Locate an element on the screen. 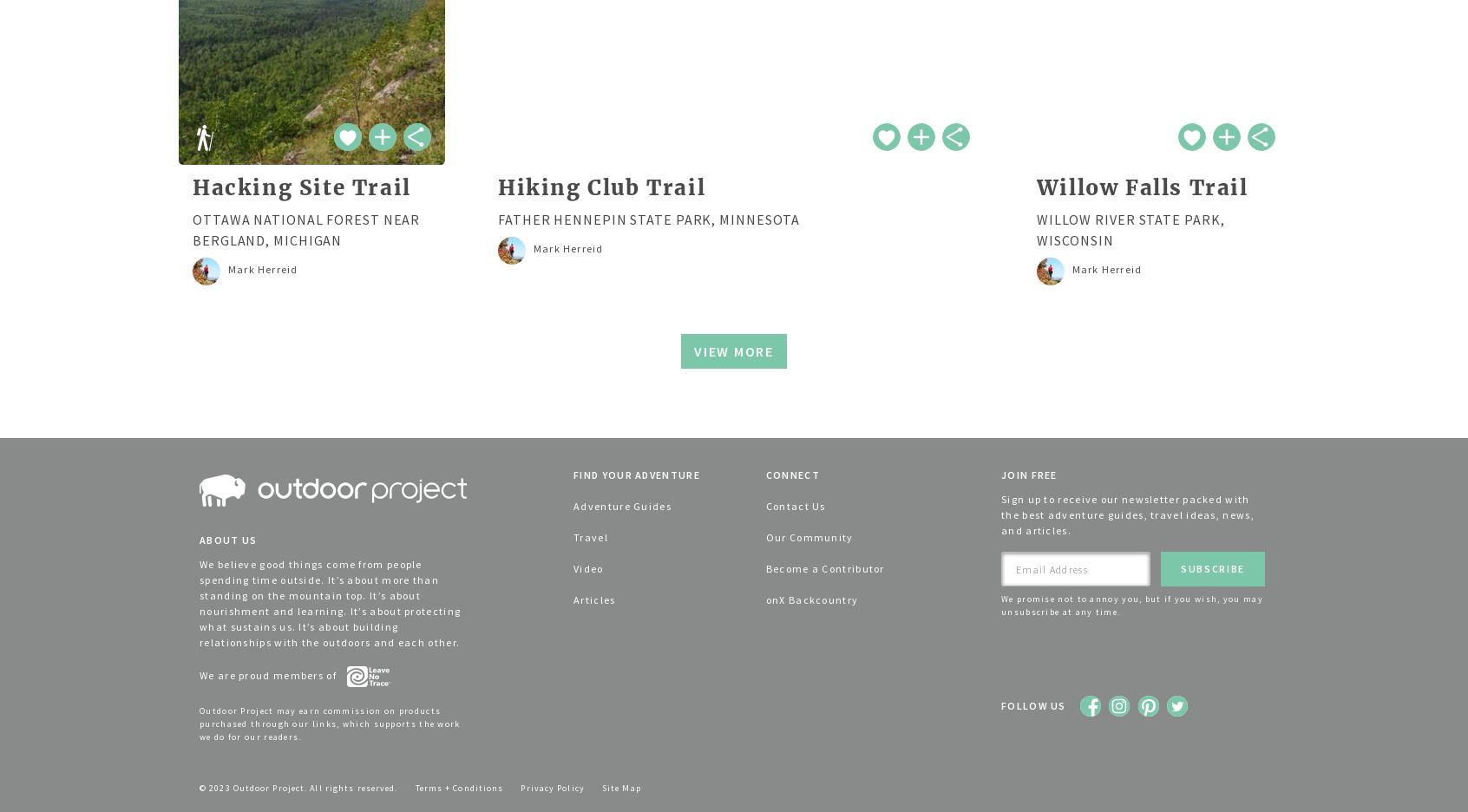 This screenshot has height=812, width=1468. 'Willow River State Park, Wisconsin' is located at coordinates (1129, 228).